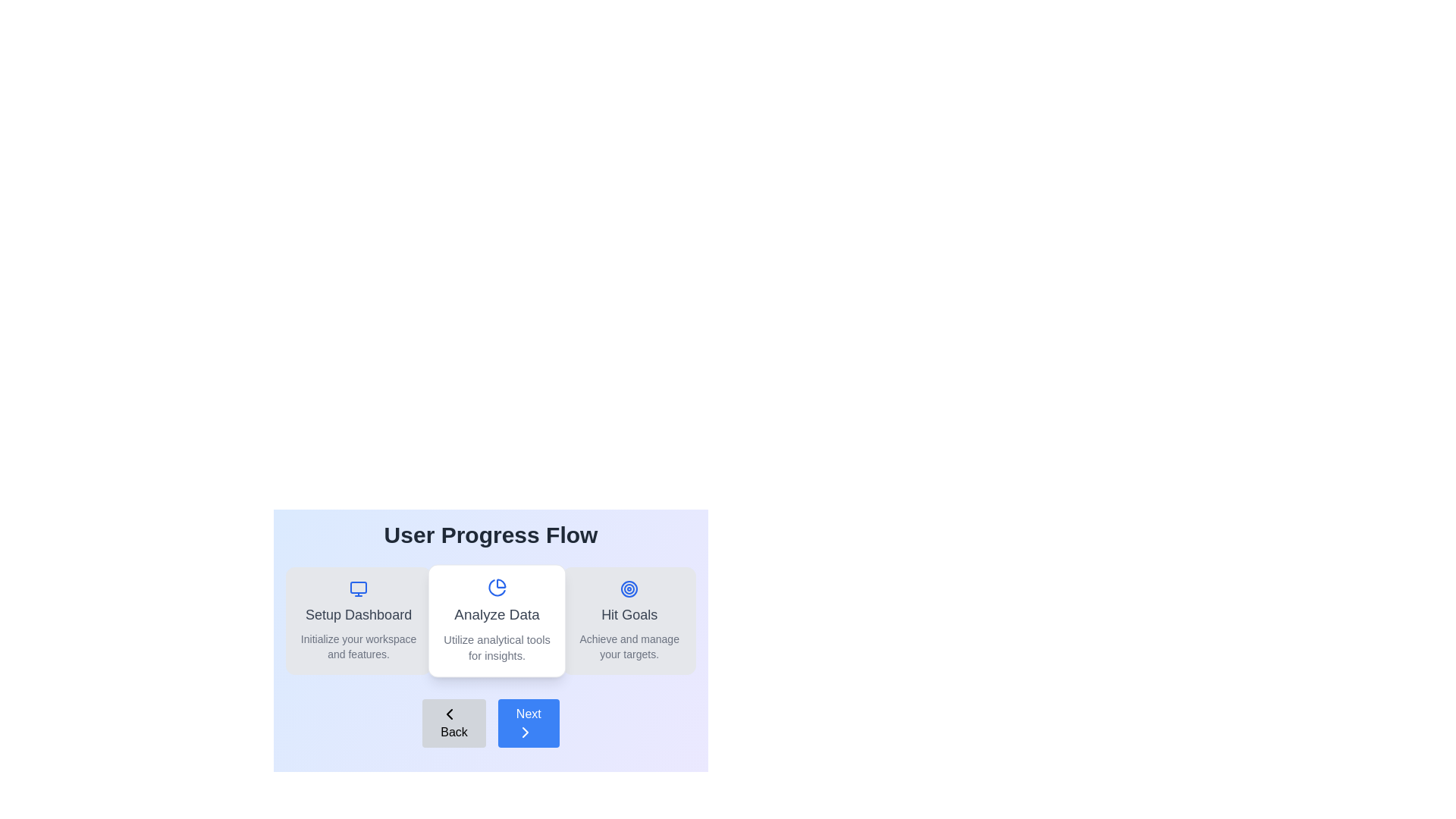  What do you see at coordinates (529, 722) in the screenshot?
I see `the 'Next' button to navigate to the next step` at bounding box center [529, 722].